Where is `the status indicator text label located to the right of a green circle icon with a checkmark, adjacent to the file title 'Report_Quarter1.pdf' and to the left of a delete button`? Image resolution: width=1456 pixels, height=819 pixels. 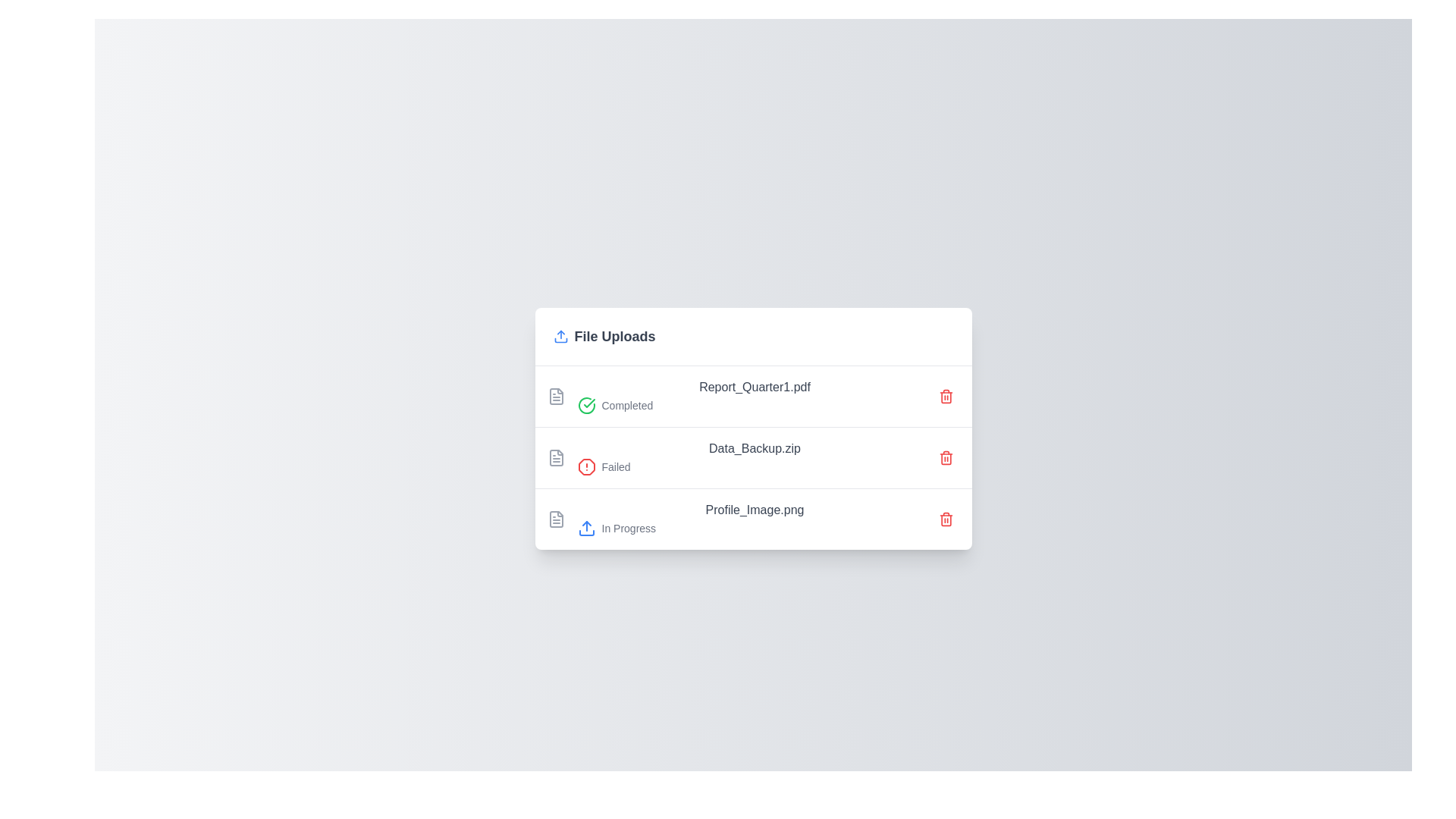
the status indicator text label located to the right of a green circle icon with a checkmark, adjacent to the file title 'Report_Quarter1.pdf' and to the left of a delete button is located at coordinates (627, 404).